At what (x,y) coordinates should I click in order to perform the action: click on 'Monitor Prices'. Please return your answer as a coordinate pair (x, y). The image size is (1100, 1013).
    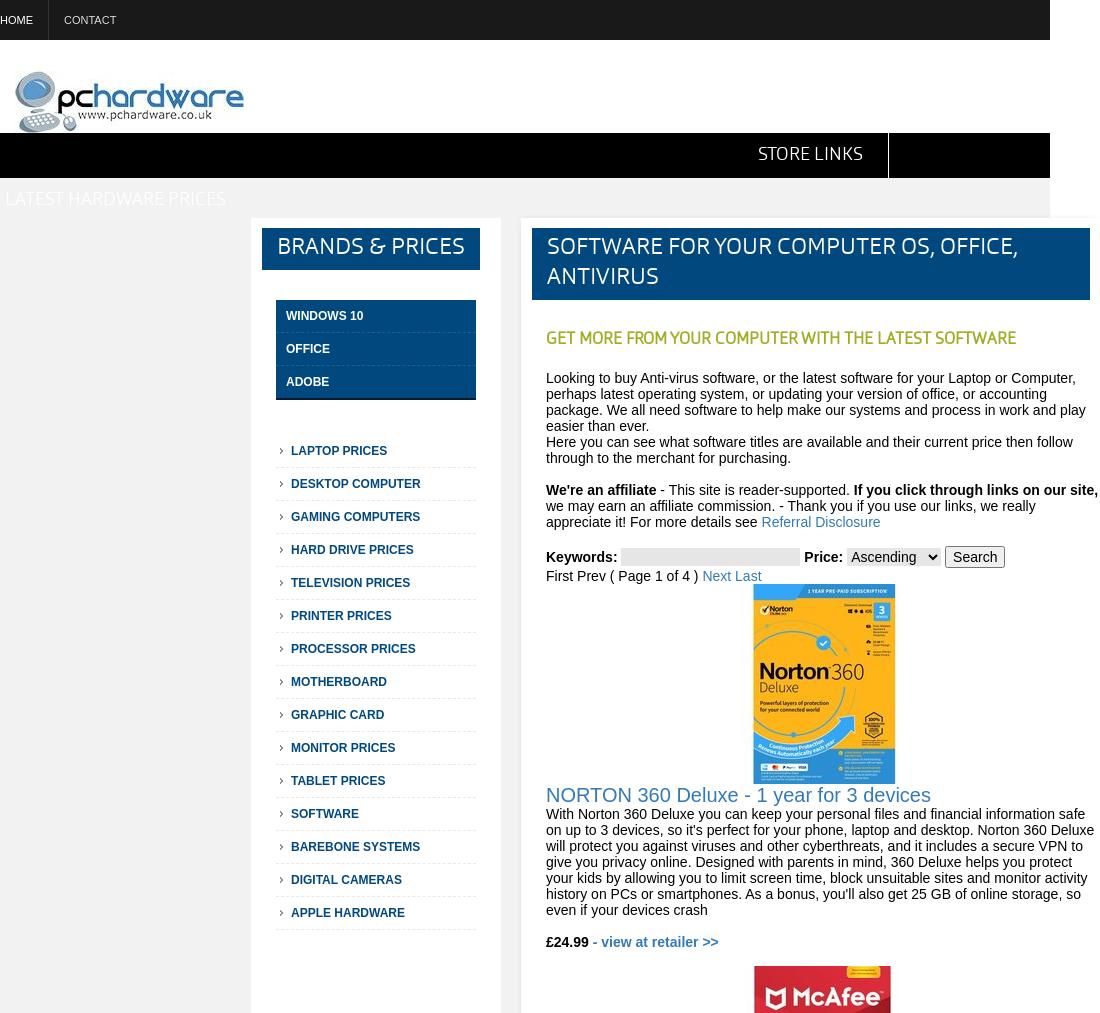
    Looking at the image, I should click on (341, 747).